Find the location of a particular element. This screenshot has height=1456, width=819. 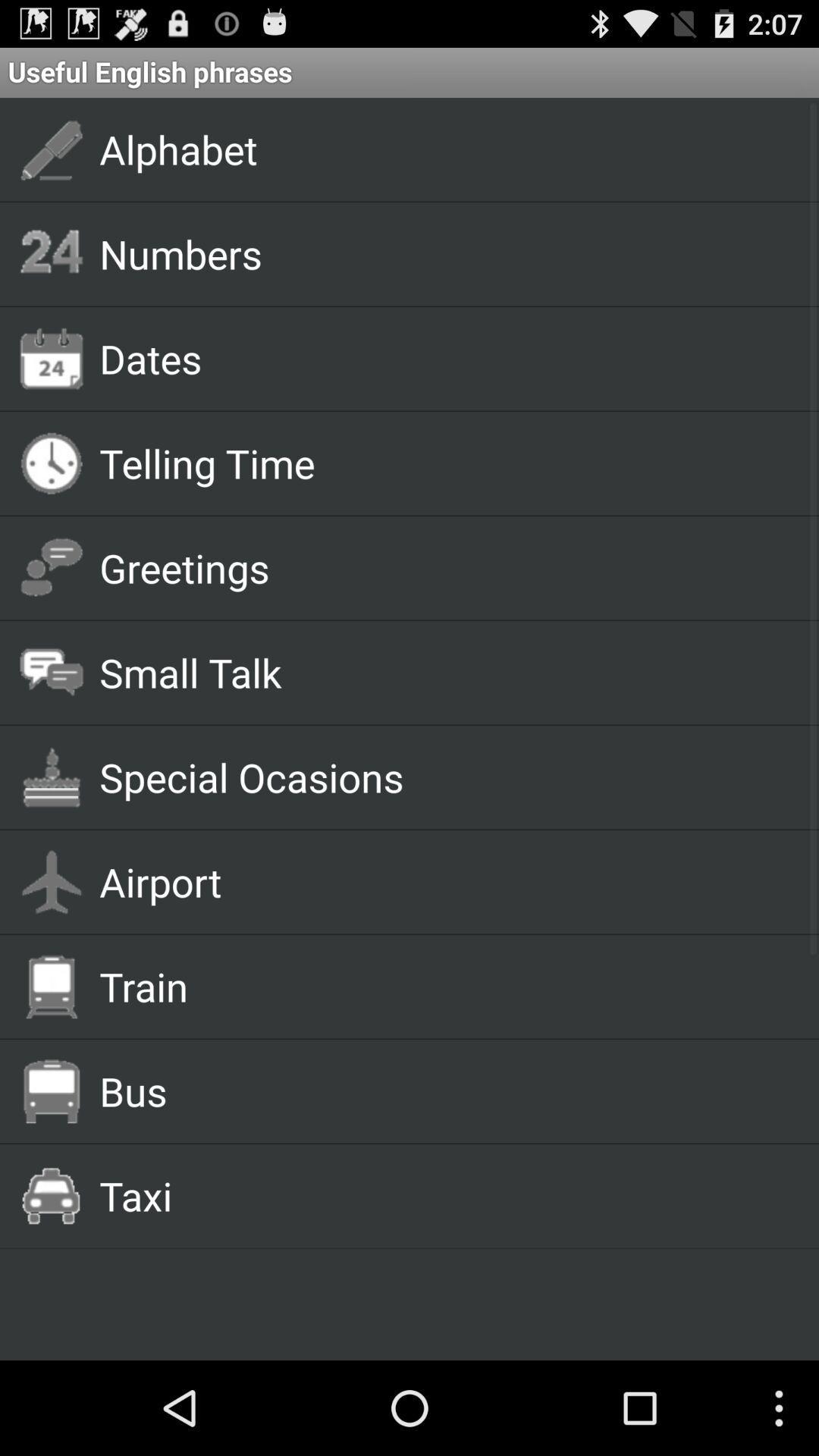

bus app is located at coordinates (441, 1090).